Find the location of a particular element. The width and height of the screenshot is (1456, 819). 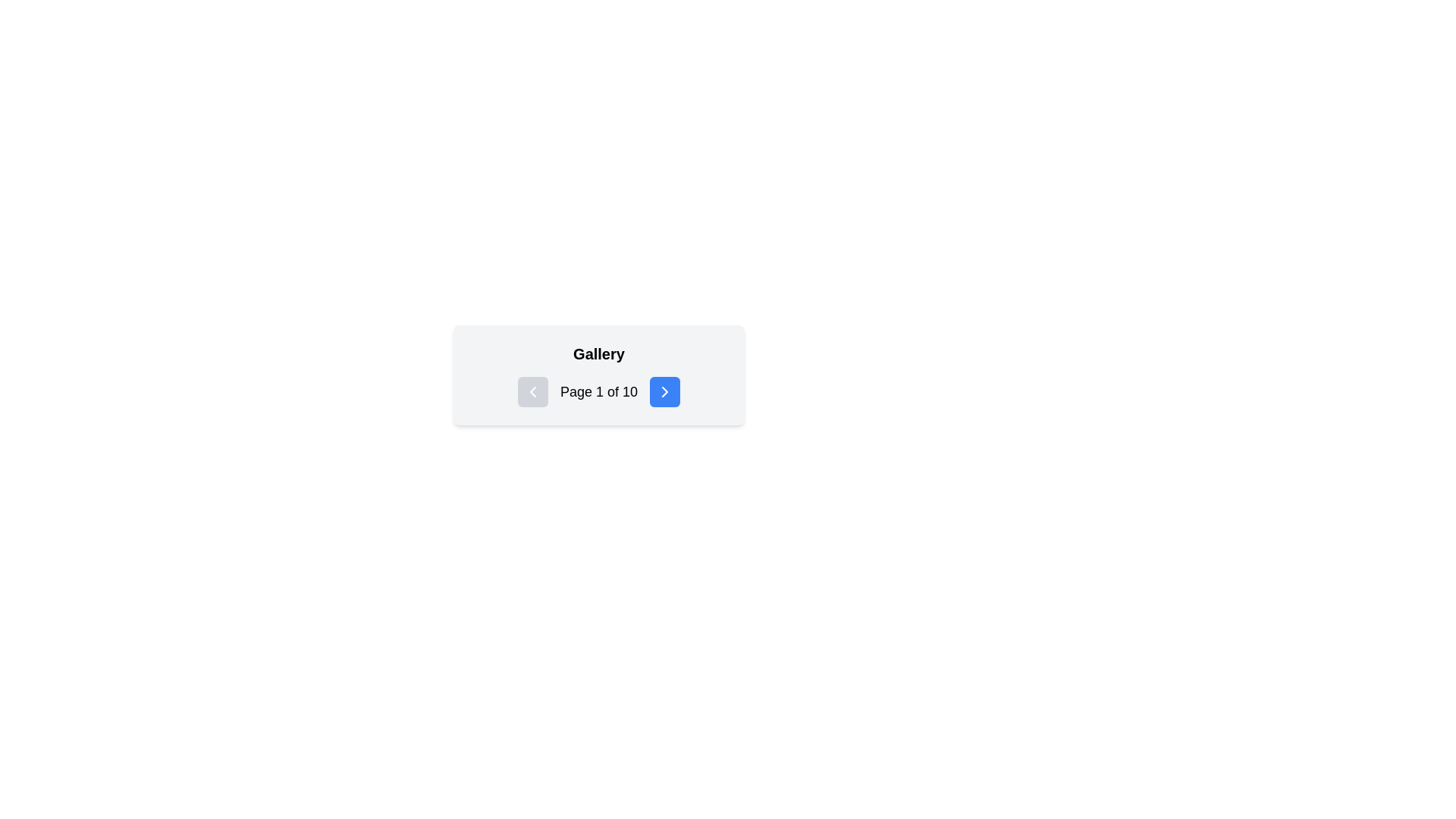

the pagination information text label located in the middle of the display, between the grey previous button and the blue next button is located at coordinates (598, 391).